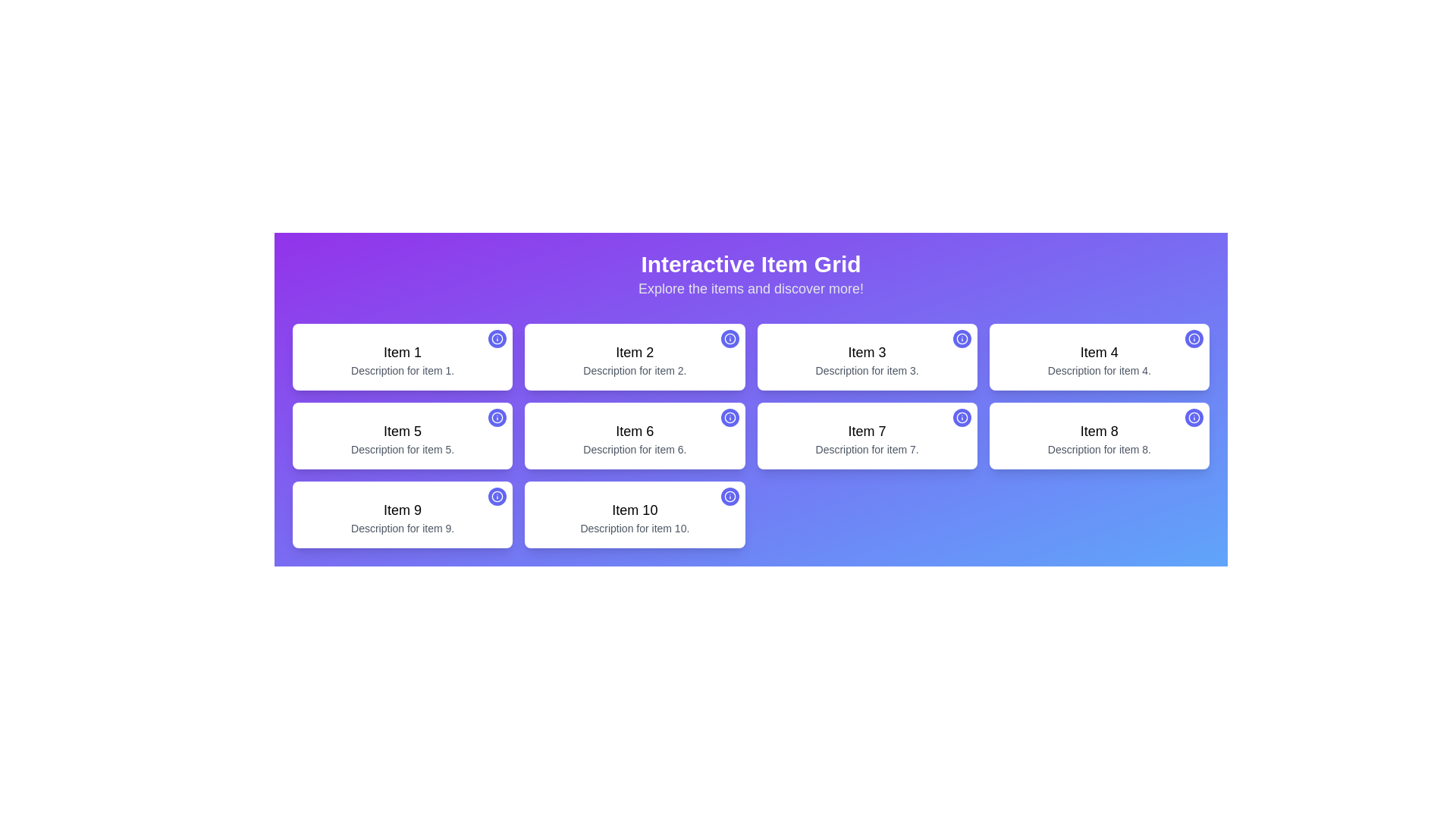  Describe the element at coordinates (730, 418) in the screenshot. I see `the graphical SVG element located at the center of the icon in the box titled 'Item 6', positioned in the top-right corner` at that location.